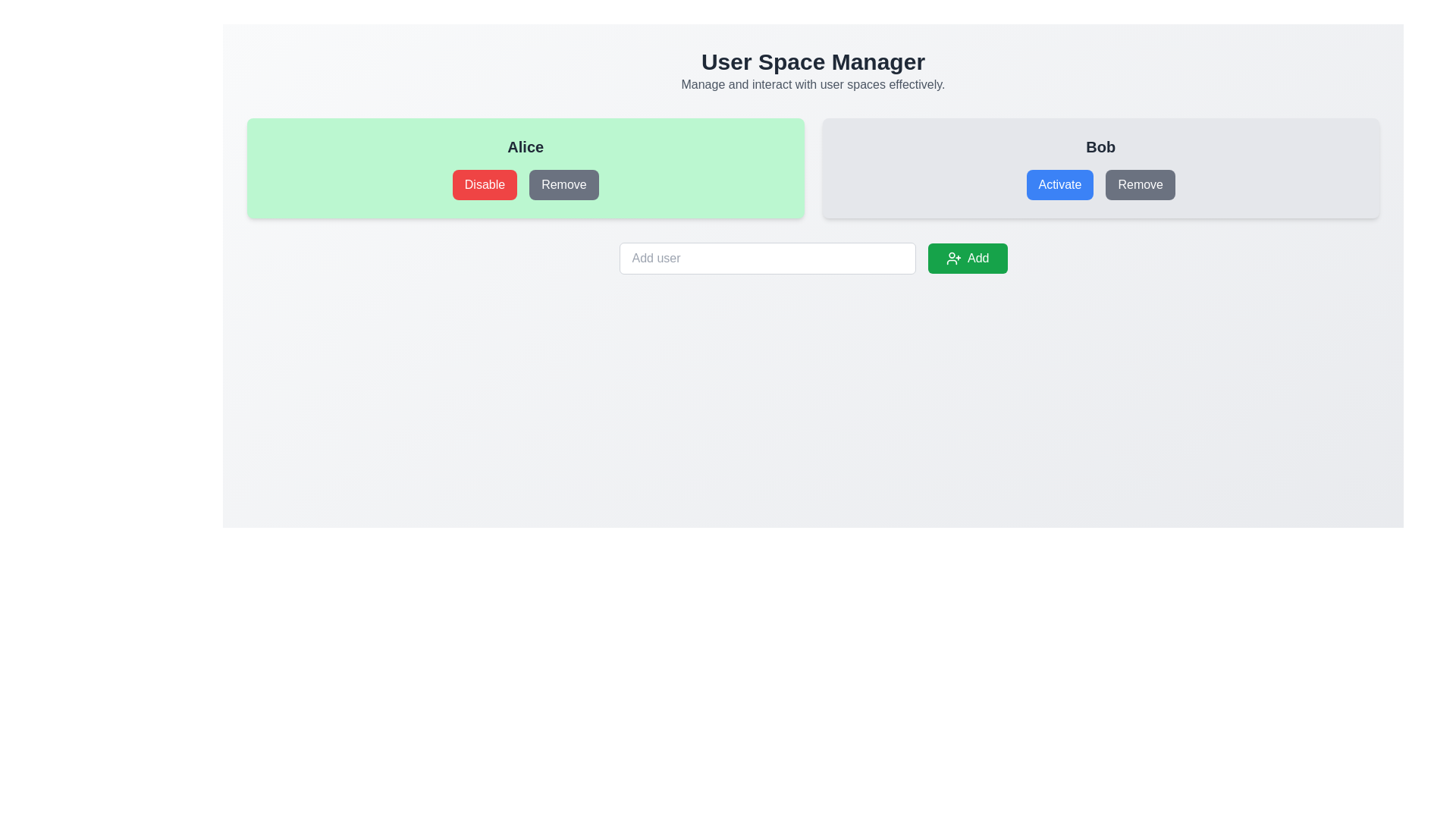 The image size is (1456, 819). What do you see at coordinates (1141, 184) in the screenshot?
I see `the gray button labeled 'Remove', which is the rightmost button in the 'Bob' section` at bounding box center [1141, 184].